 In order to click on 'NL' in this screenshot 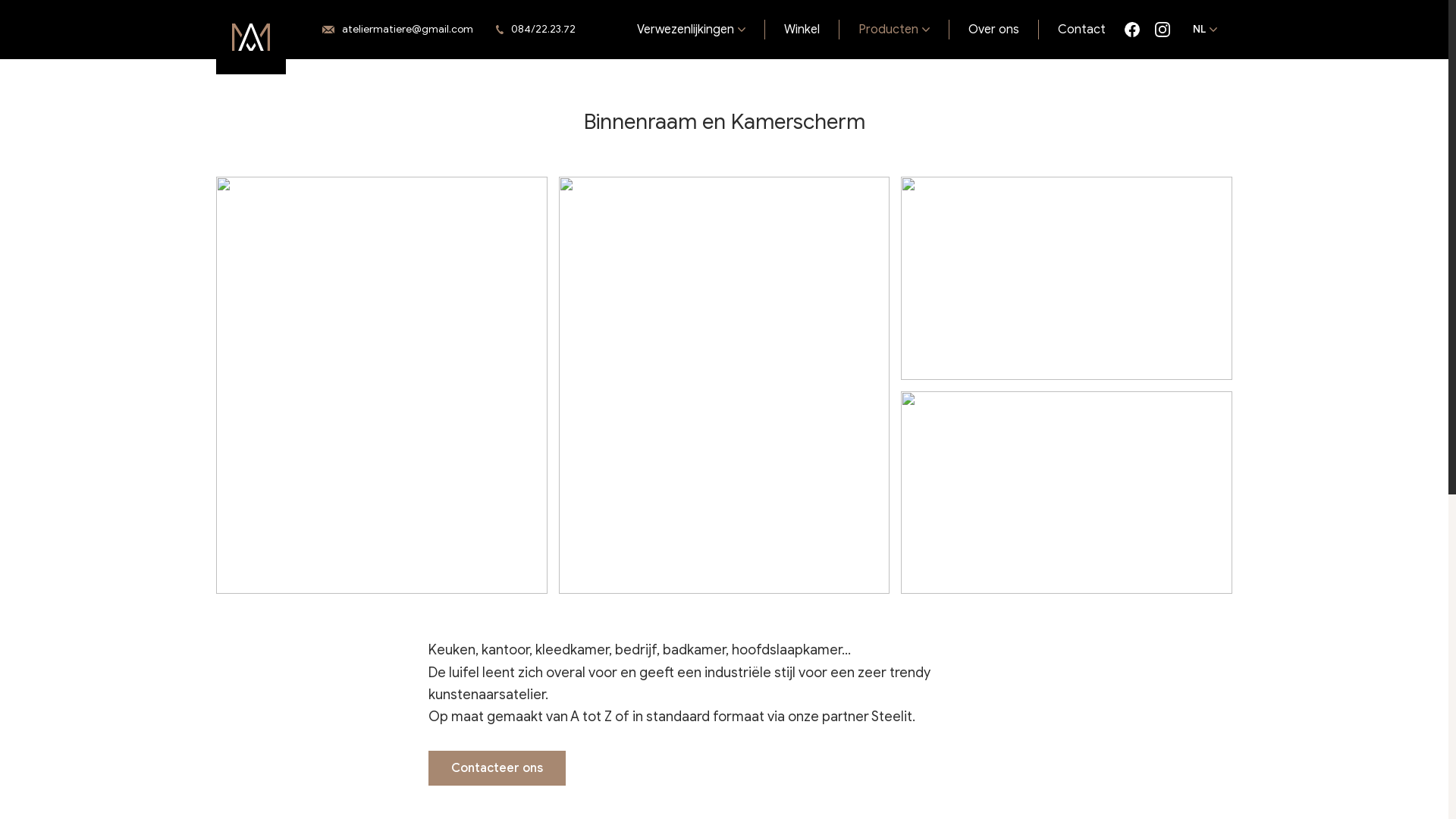, I will do `click(1203, 29)`.